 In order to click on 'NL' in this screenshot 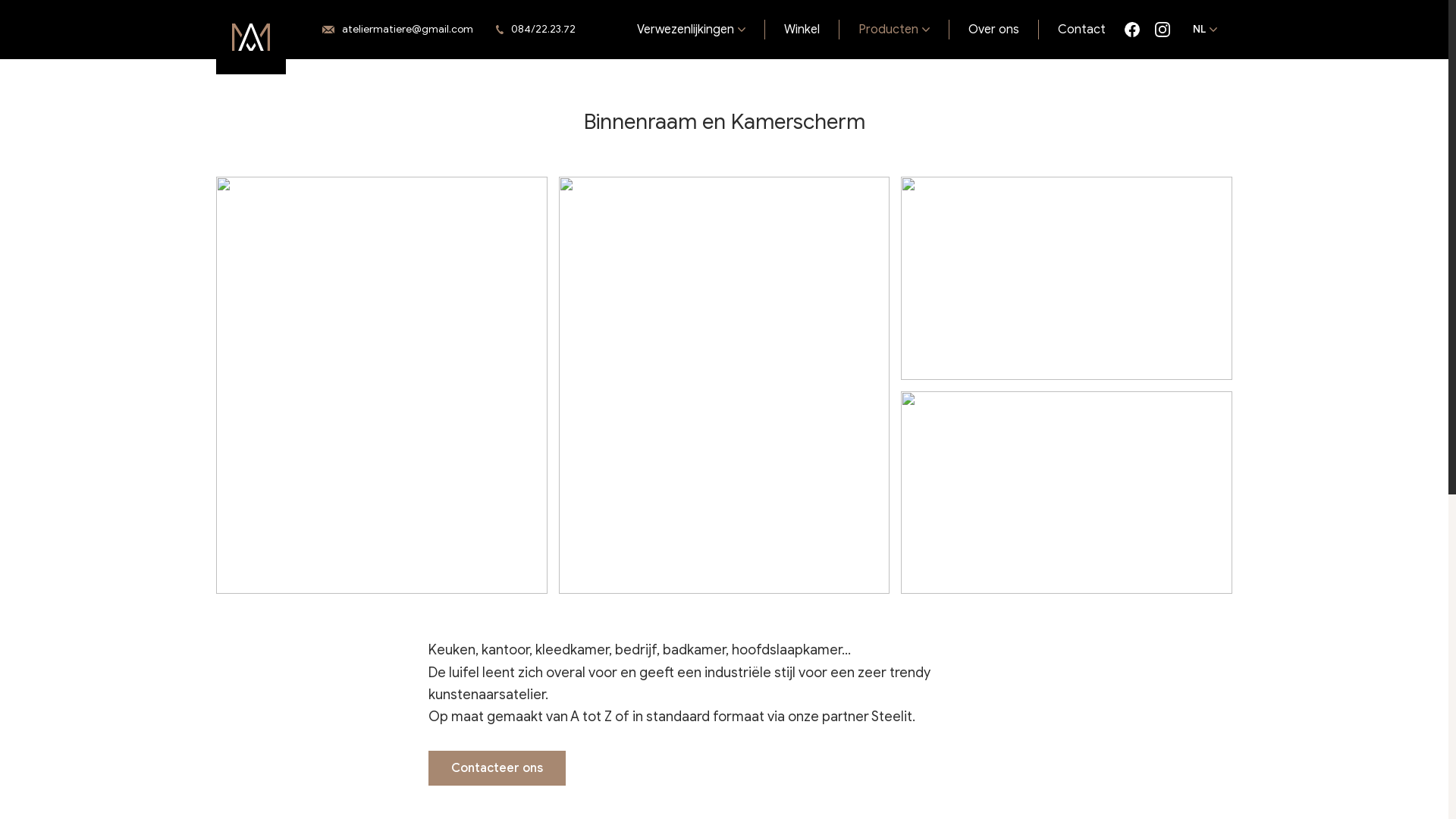, I will do `click(1203, 29)`.